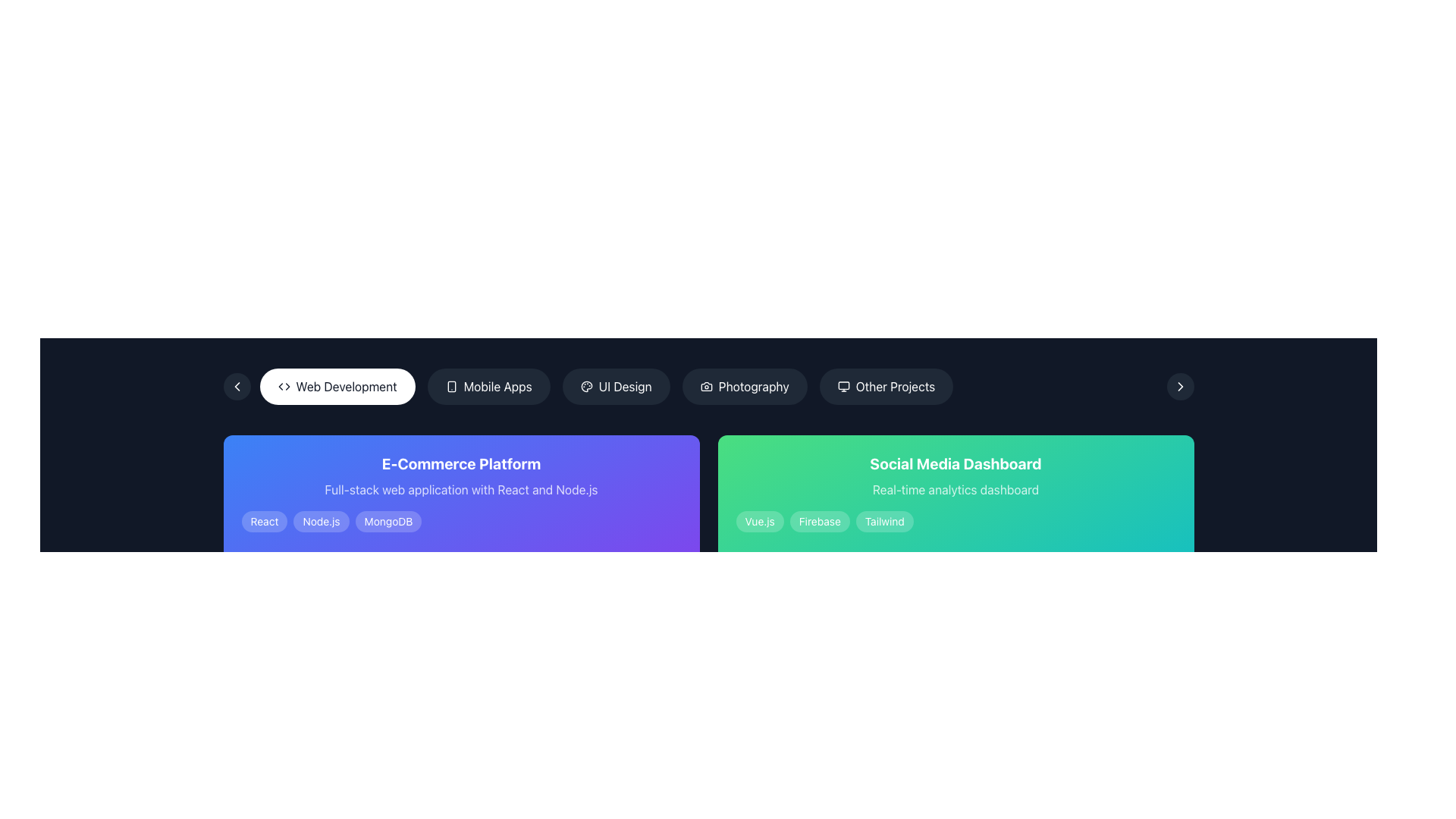 The image size is (1456, 819). Describe the element at coordinates (955, 489) in the screenshot. I see `text label located below the title 'Social Media Dashboard' in the second content card, which provides additional context about the card's content` at that location.